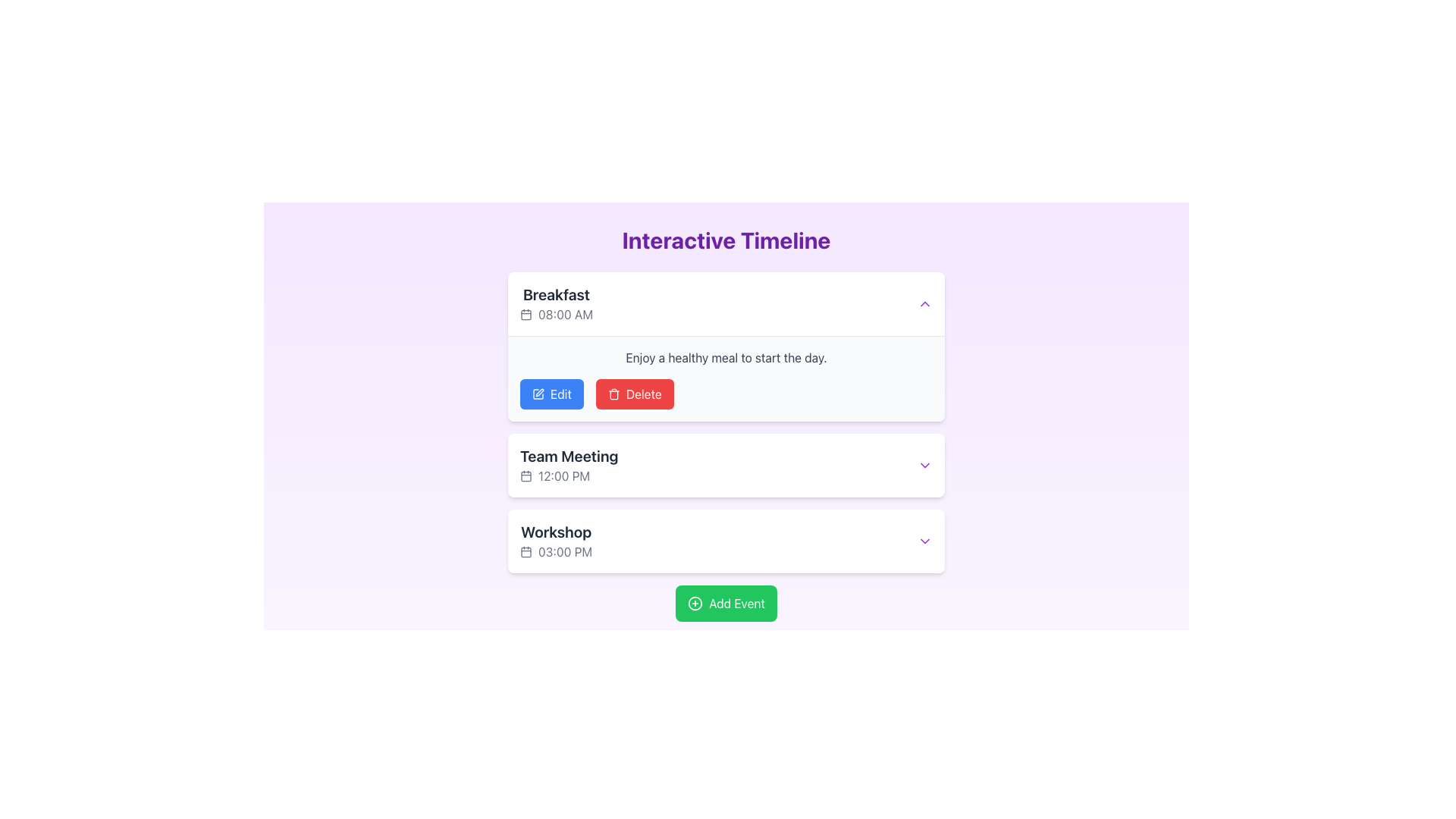  I want to click on the text label in the third event block of the timeline interface, located above the time indicator (03:00 PM) and next to the calendar icon, so click(555, 532).